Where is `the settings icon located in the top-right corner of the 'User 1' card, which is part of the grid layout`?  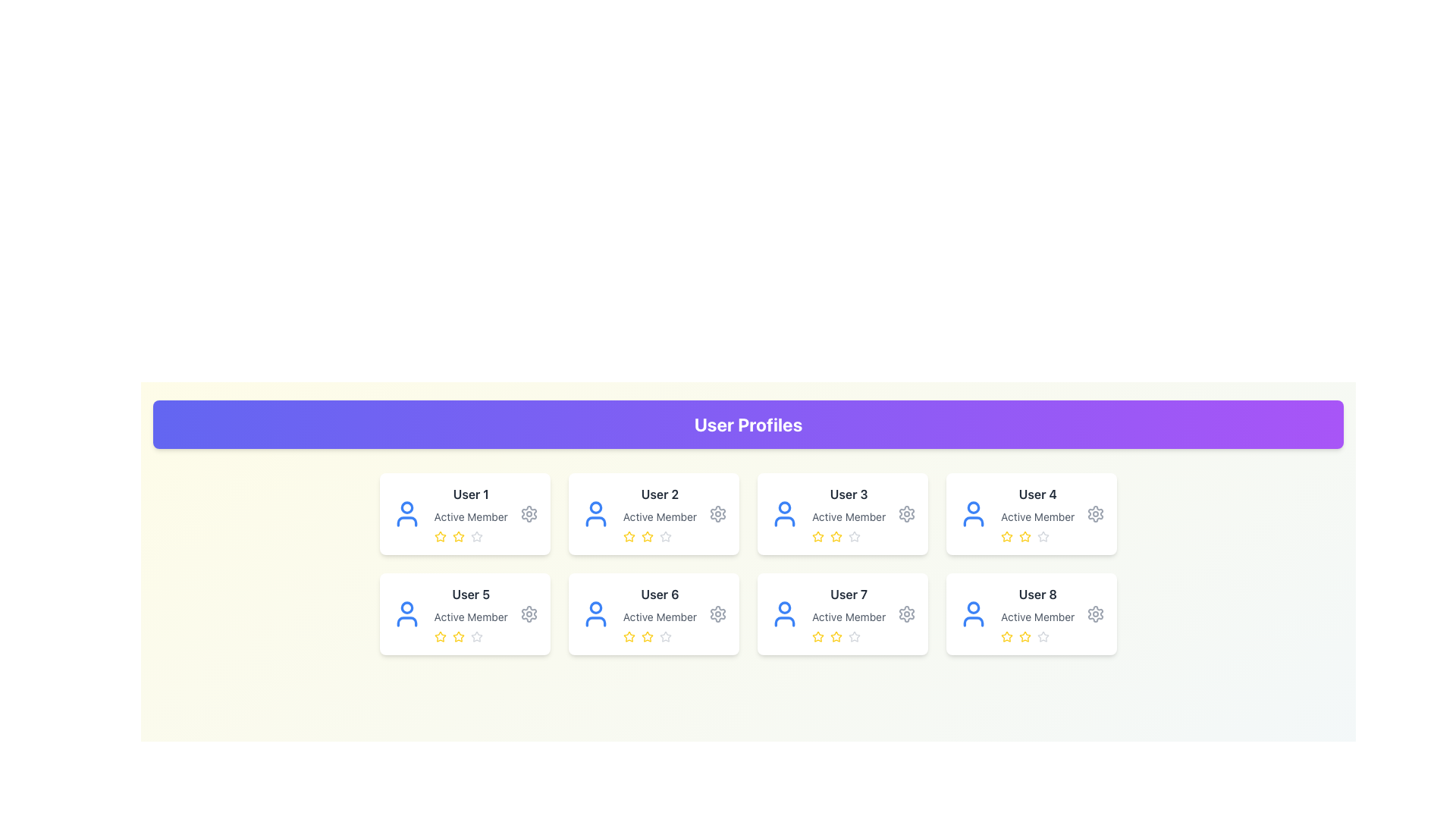 the settings icon located in the top-right corner of the 'User 1' card, which is part of the grid layout is located at coordinates (529, 513).